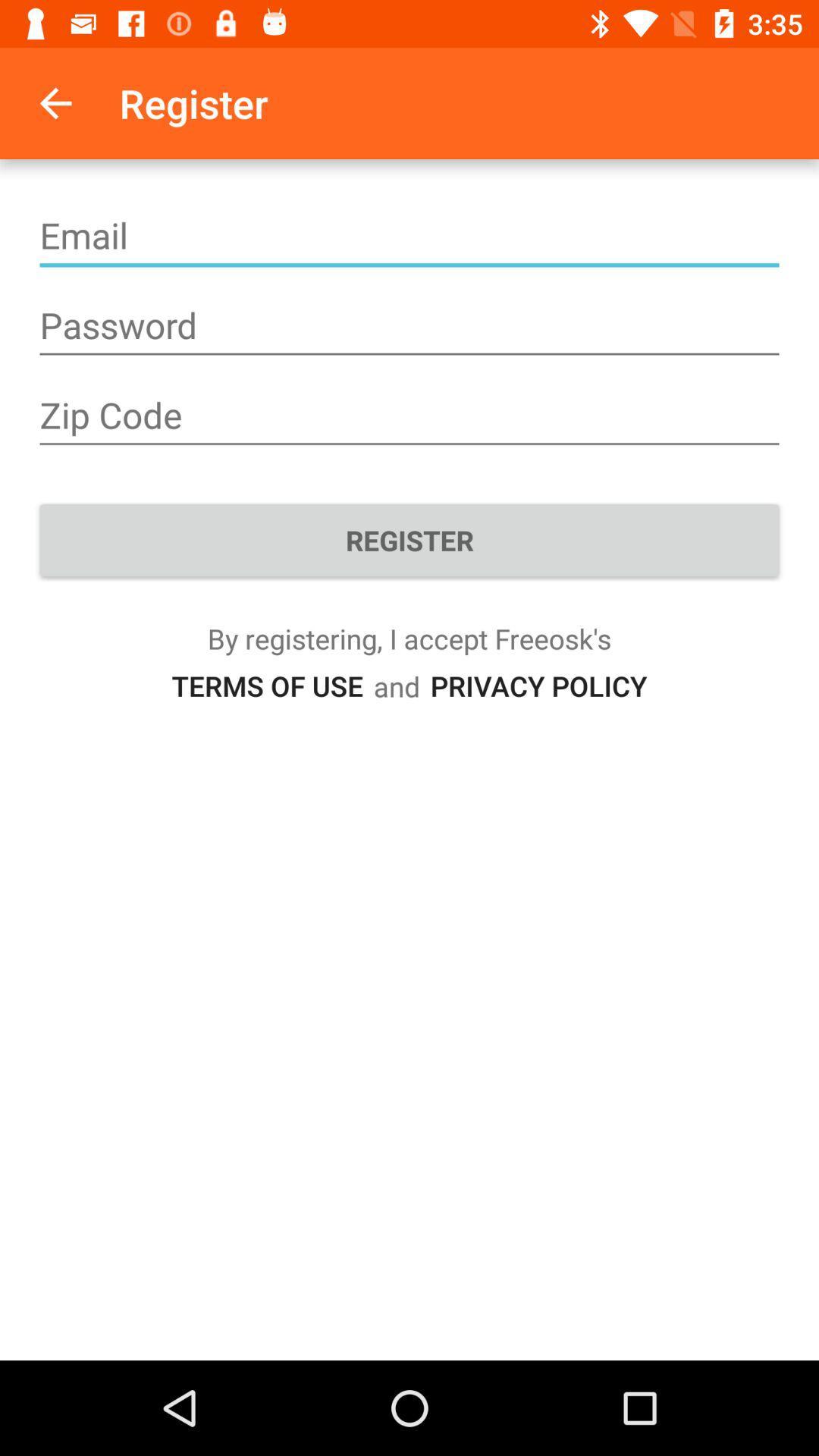  What do you see at coordinates (266, 685) in the screenshot?
I see `terms of use item` at bounding box center [266, 685].